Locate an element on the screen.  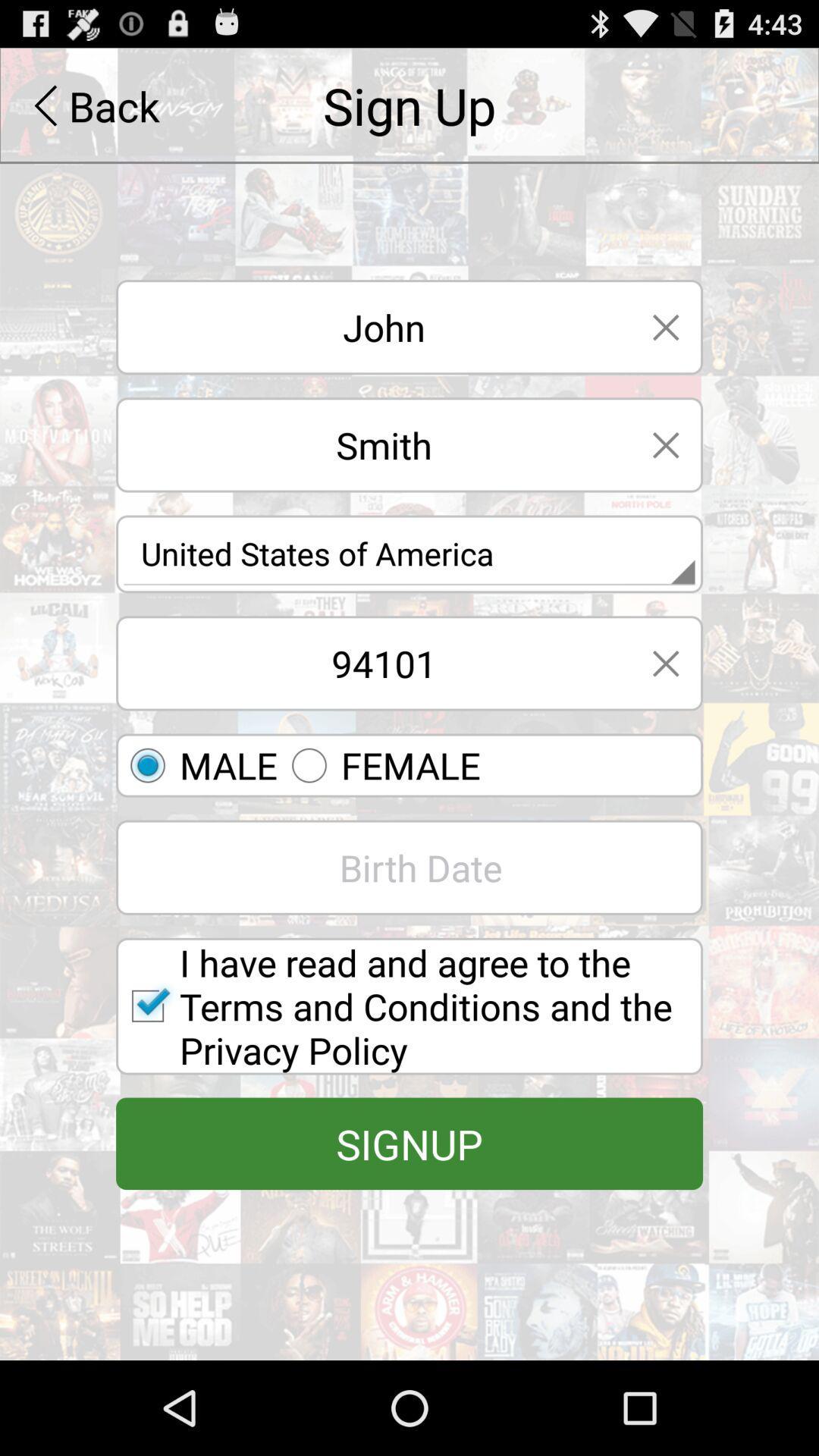
the number field is located at coordinates (372, 663).